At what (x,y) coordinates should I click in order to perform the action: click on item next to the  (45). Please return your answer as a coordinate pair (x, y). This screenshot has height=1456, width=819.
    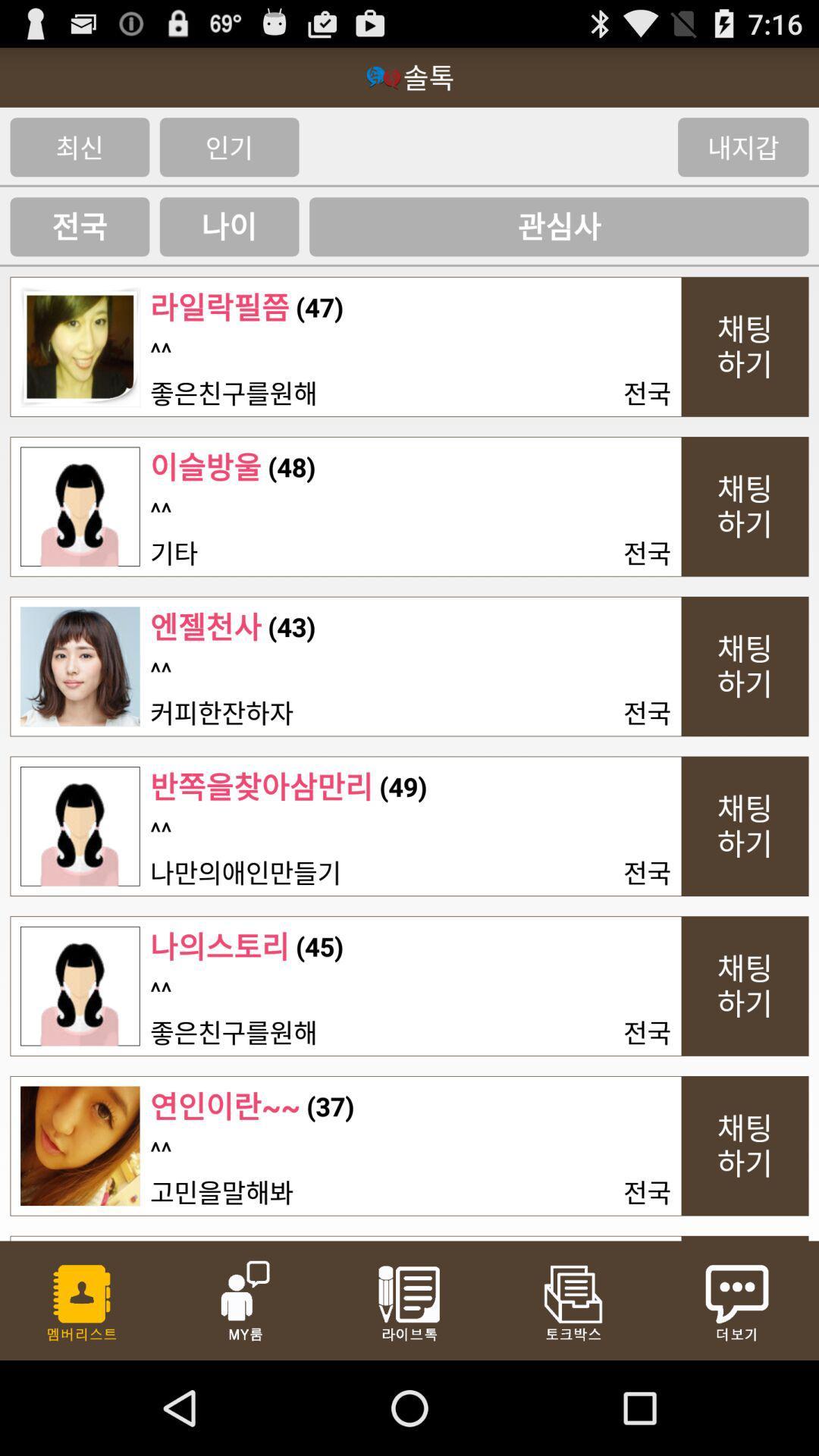
    Looking at the image, I should click on (161, 990).